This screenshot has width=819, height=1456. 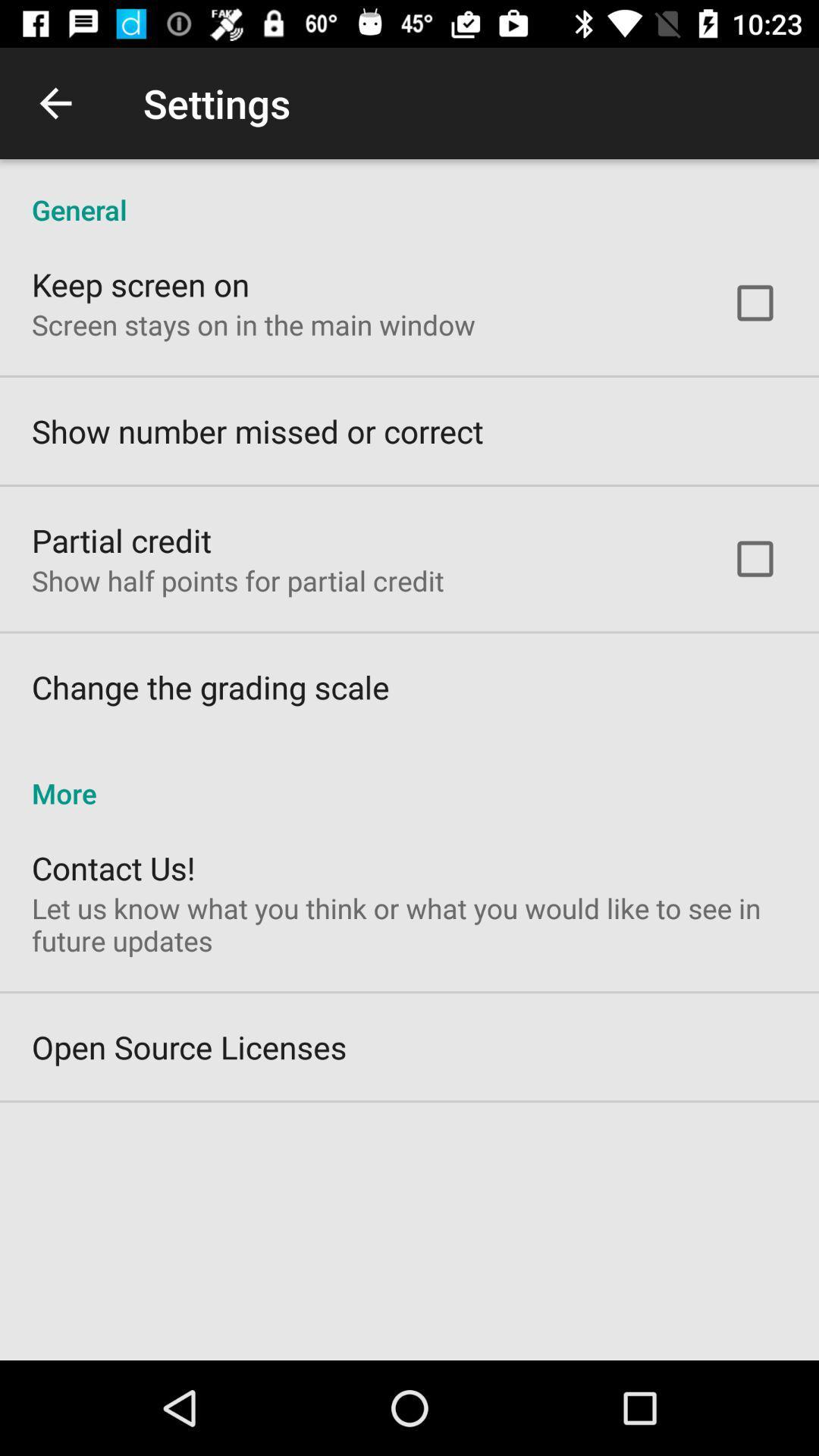 I want to click on the icon to the left of the settings icon, so click(x=55, y=102).